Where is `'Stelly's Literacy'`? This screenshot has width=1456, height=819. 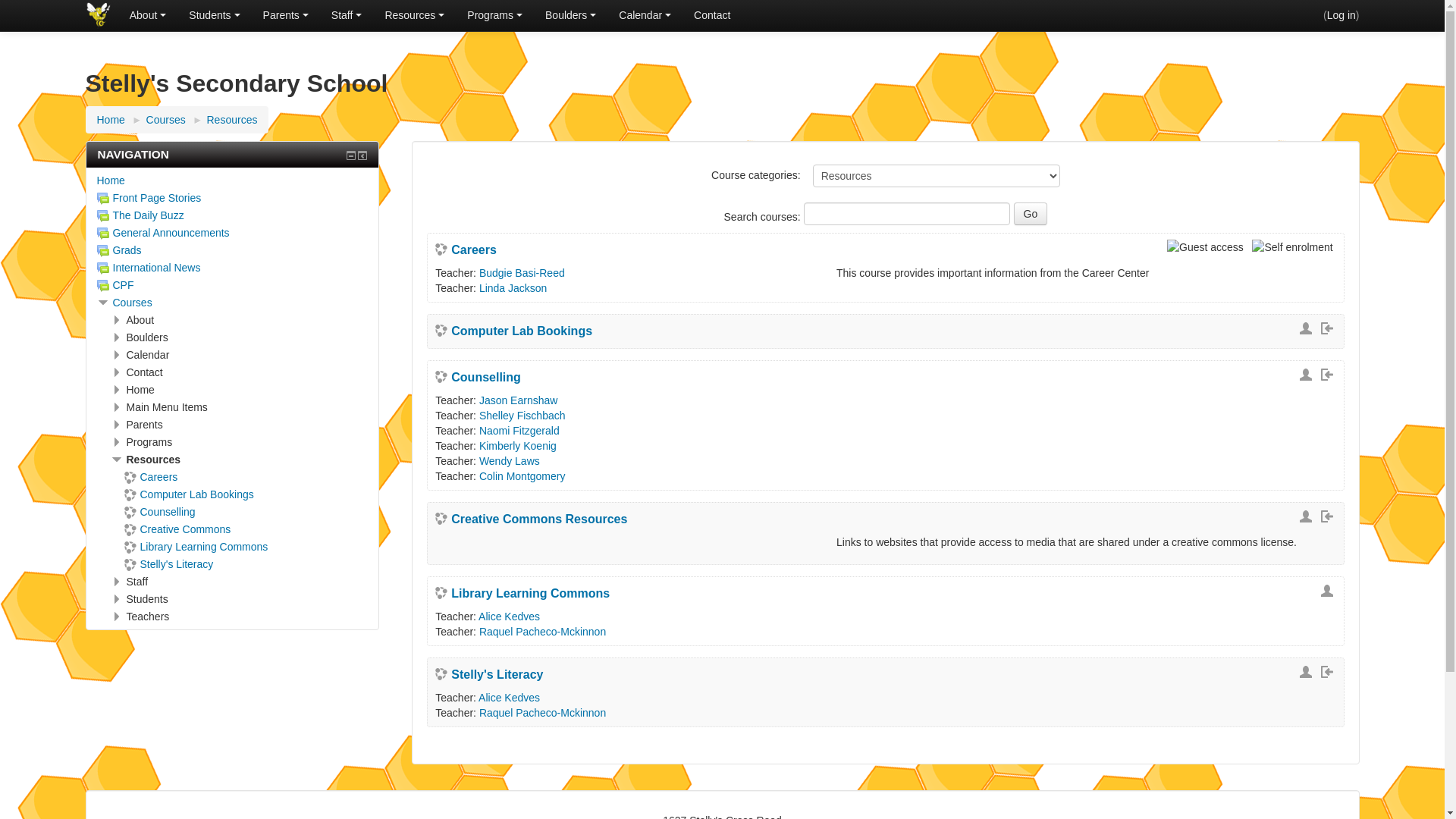
'Stelly's Literacy' is located at coordinates (488, 674).